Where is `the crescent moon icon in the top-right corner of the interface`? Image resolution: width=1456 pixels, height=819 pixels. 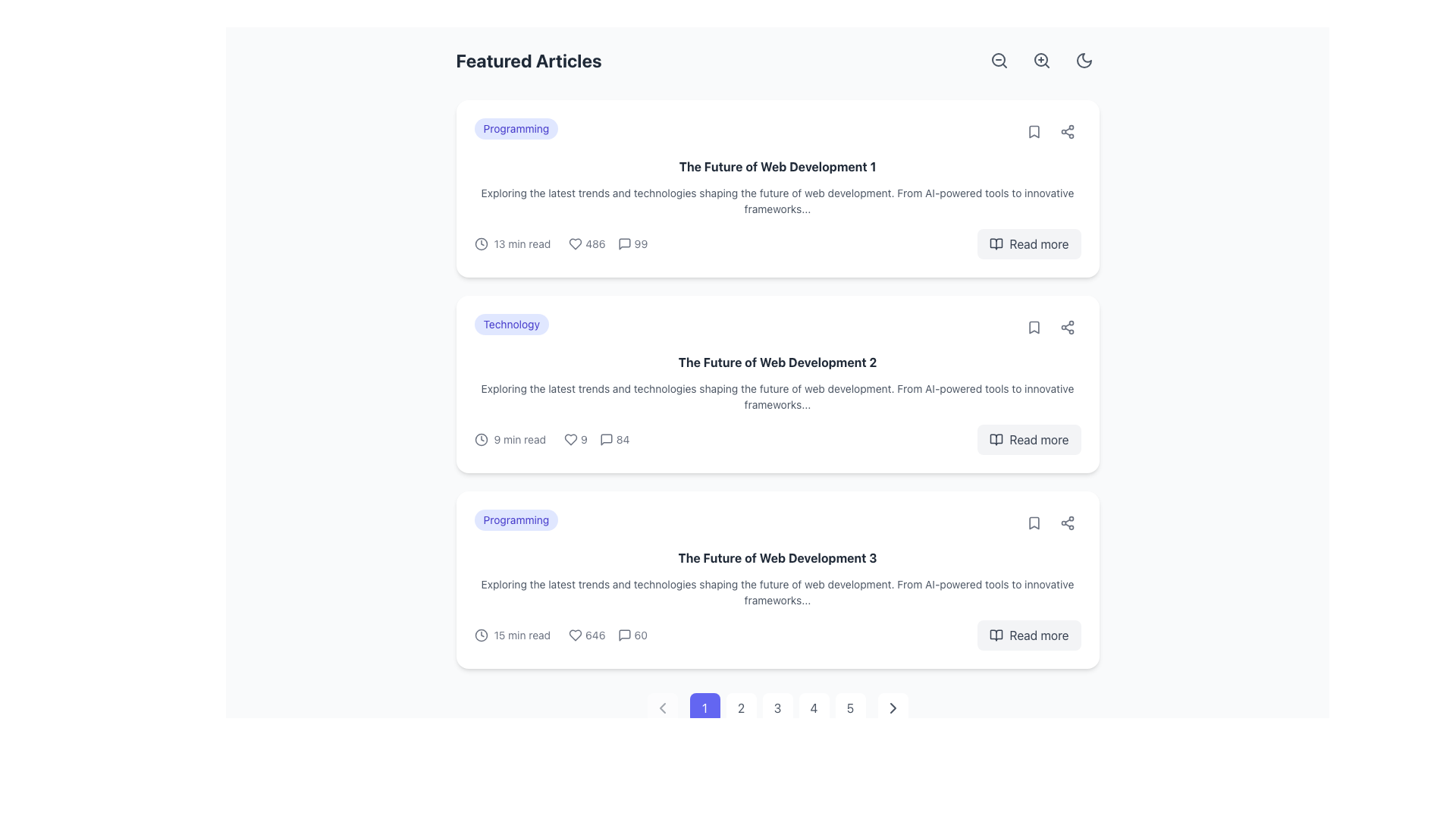 the crescent moon icon in the top-right corner of the interface is located at coordinates (1083, 60).